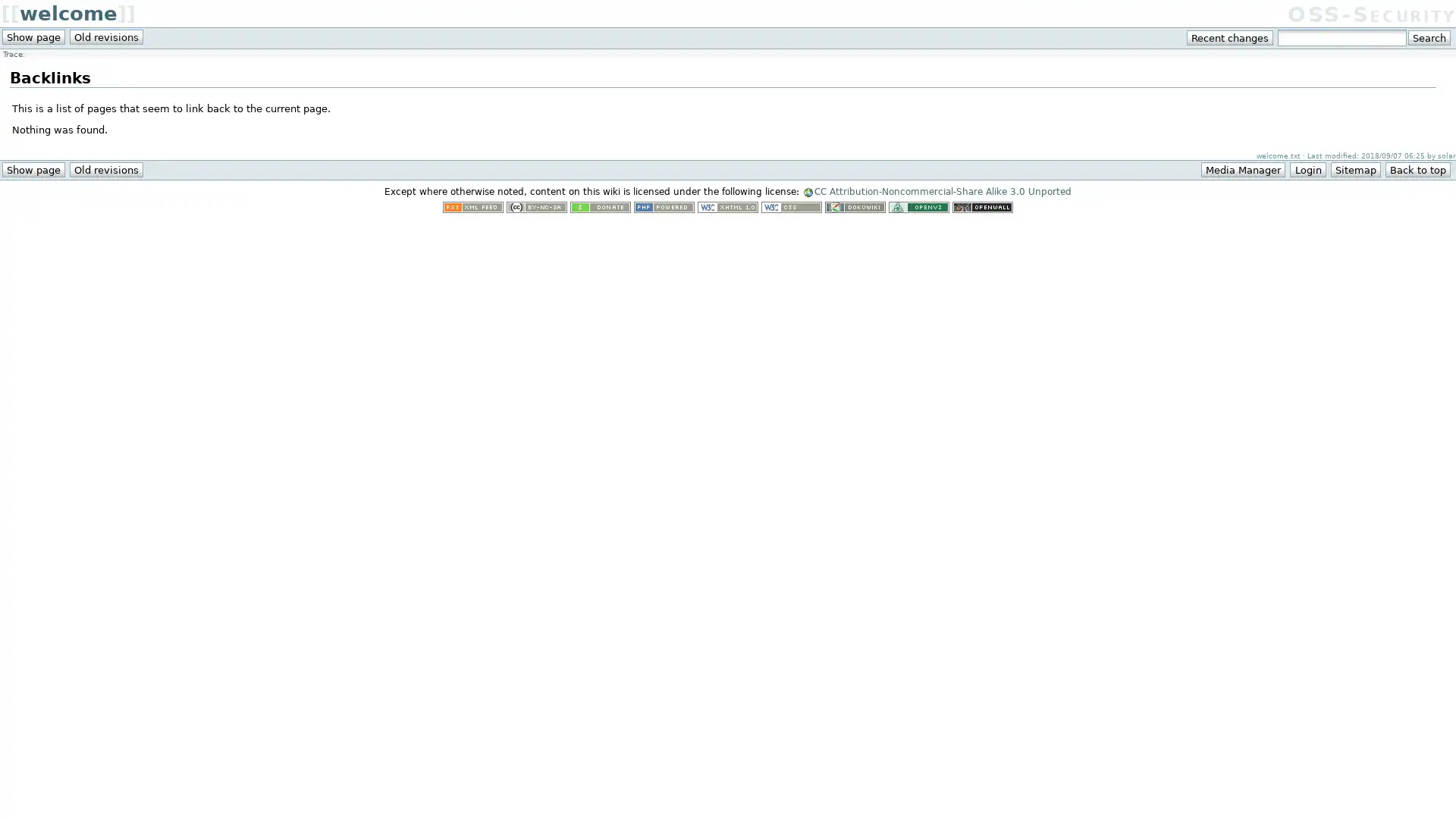 The width and height of the screenshot is (1456, 819). What do you see at coordinates (33, 169) in the screenshot?
I see `Show page` at bounding box center [33, 169].